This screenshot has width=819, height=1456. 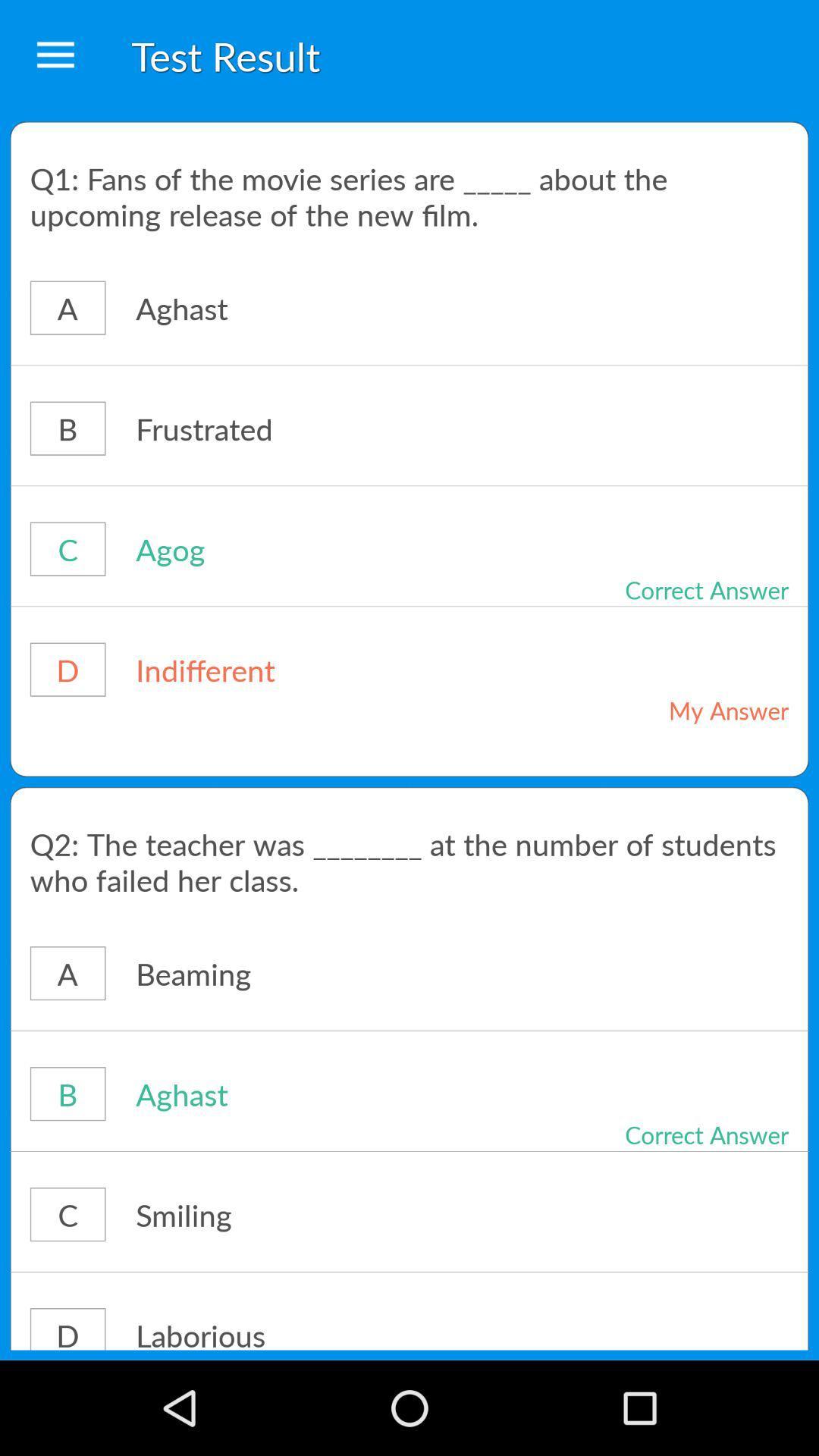 What do you see at coordinates (55, 55) in the screenshot?
I see `the item to the left of test result icon` at bounding box center [55, 55].